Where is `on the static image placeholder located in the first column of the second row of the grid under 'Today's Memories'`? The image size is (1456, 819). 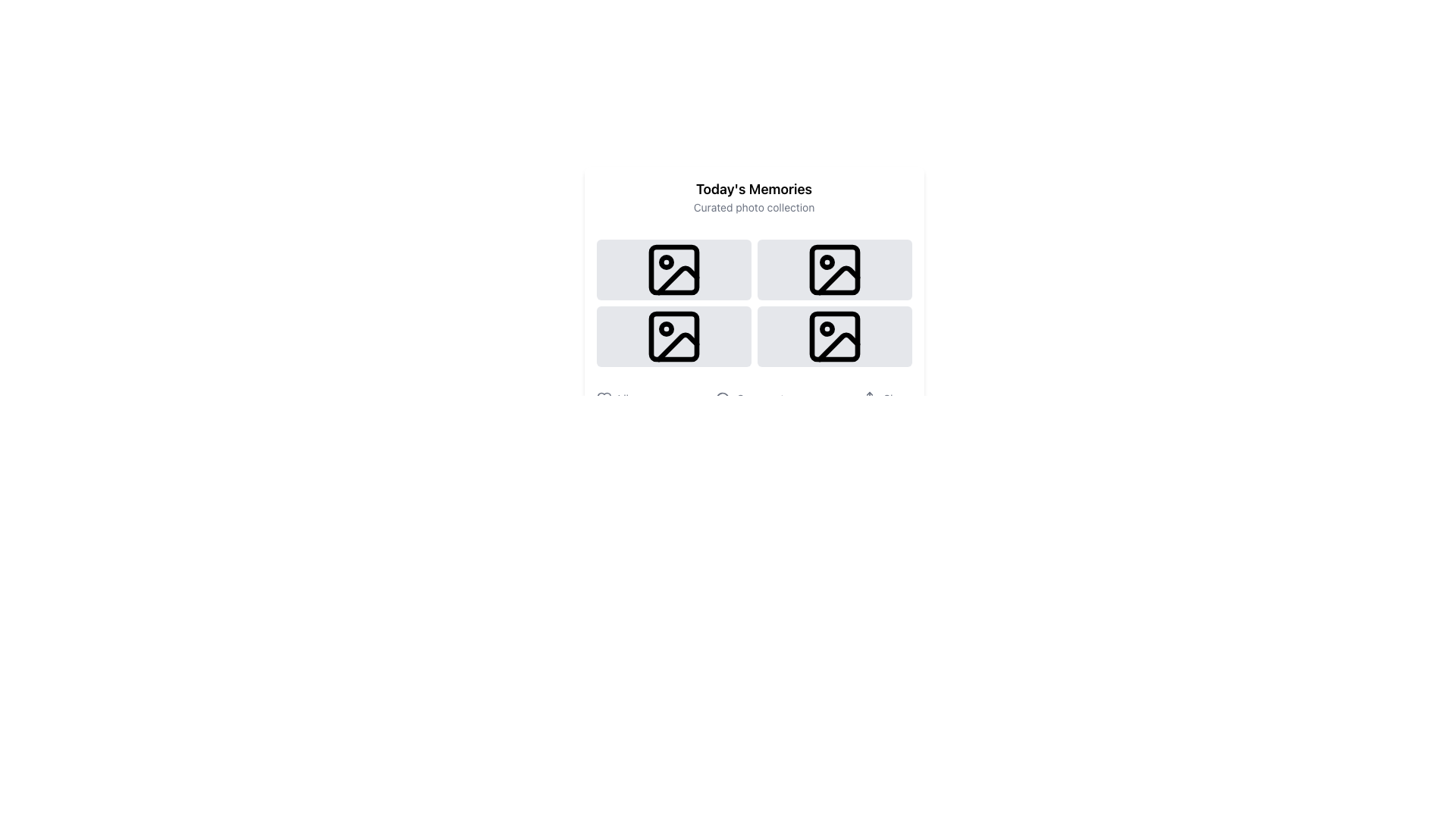 on the static image placeholder located in the first column of the second row of the grid under 'Today's Memories' is located at coordinates (673, 335).